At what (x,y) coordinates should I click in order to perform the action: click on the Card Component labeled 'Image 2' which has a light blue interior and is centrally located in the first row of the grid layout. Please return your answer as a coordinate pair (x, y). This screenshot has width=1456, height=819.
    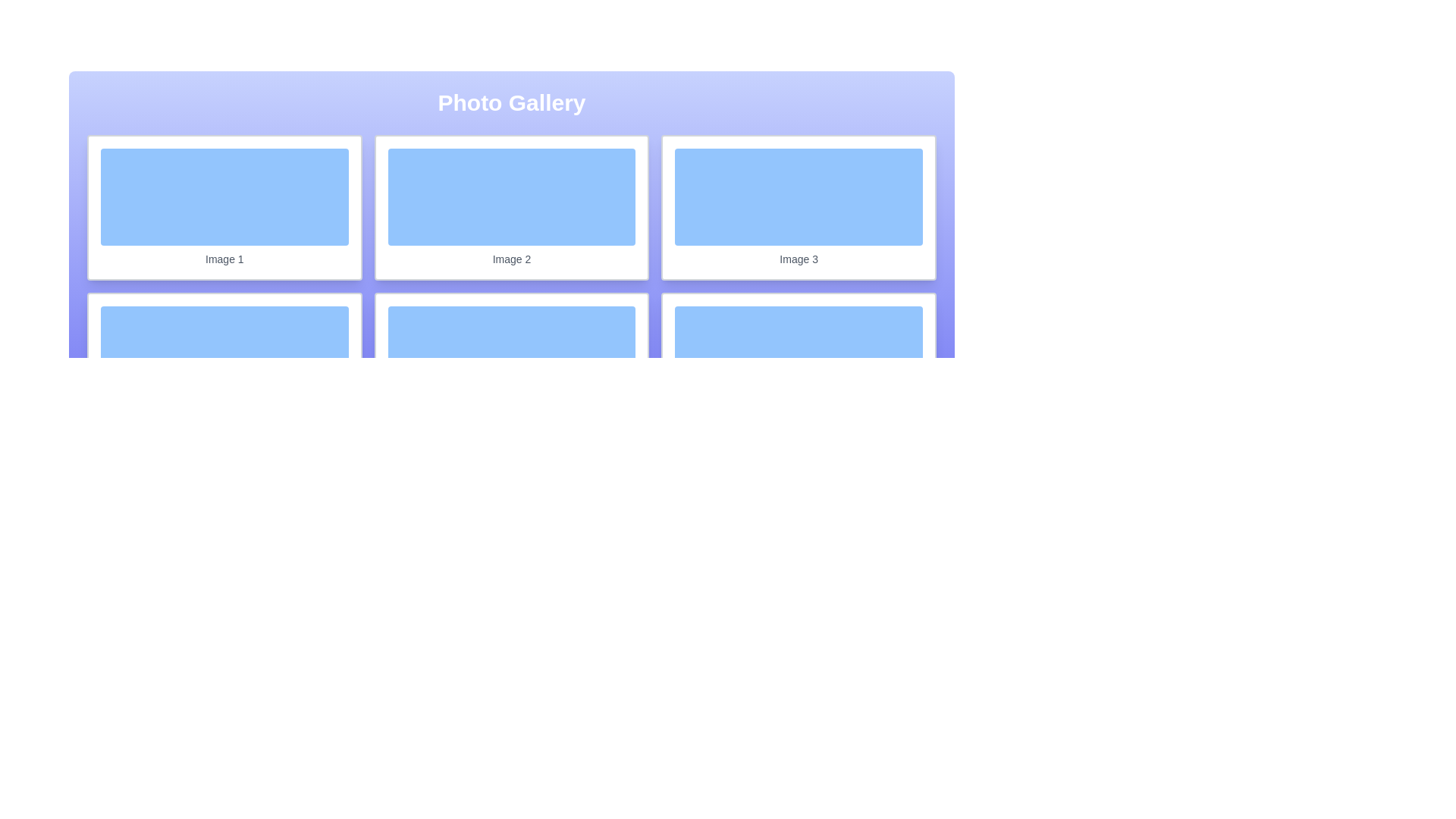
    Looking at the image, I should click on (512, 207).